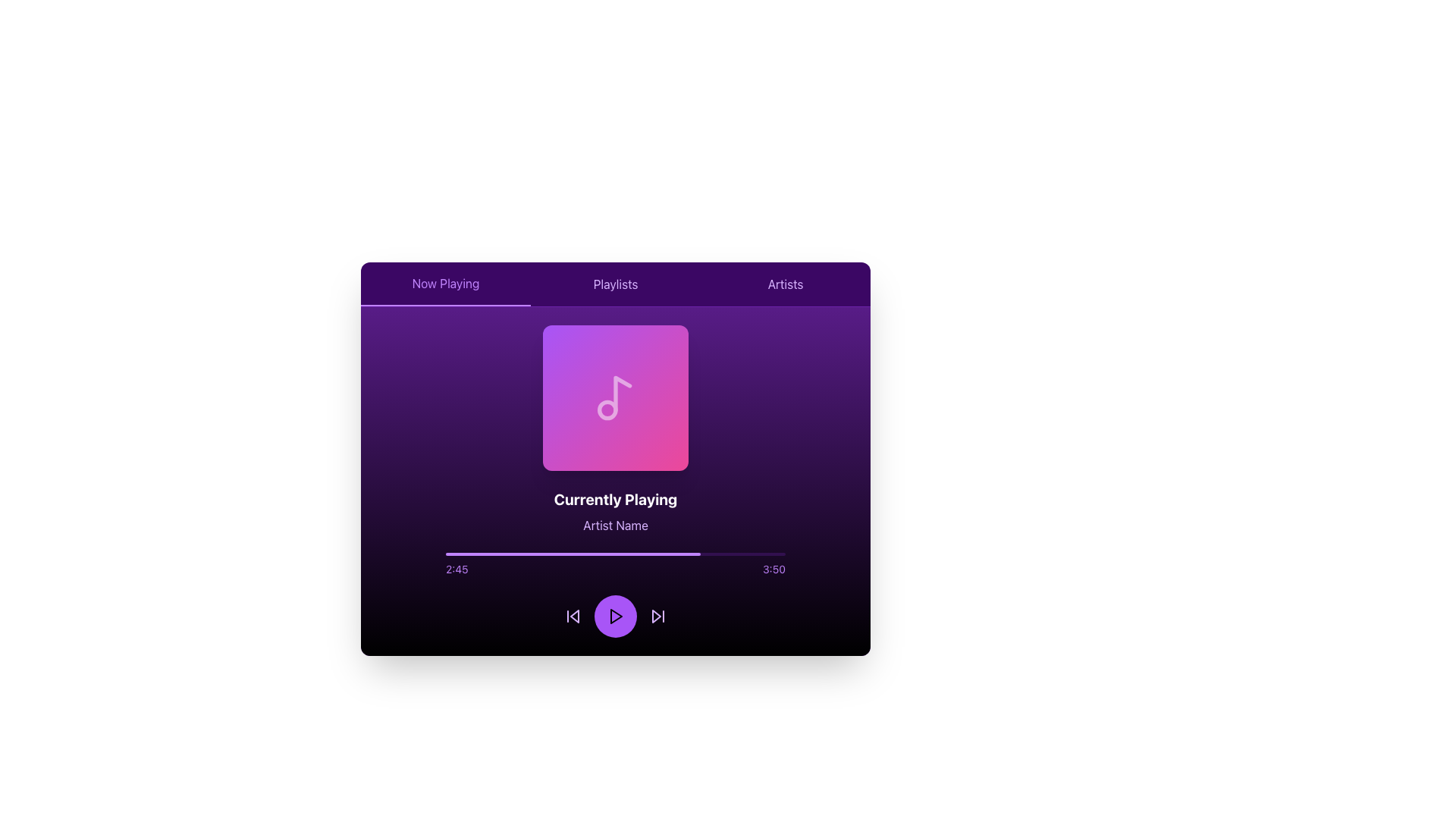 This screenshot has height=819, width=1456. Describe the element at coordinates (615, 525) in the screenshot. I see `text label displaying 'Artist Name', which is located beneath 'Currently Playing' and above a progress bar` at that location.